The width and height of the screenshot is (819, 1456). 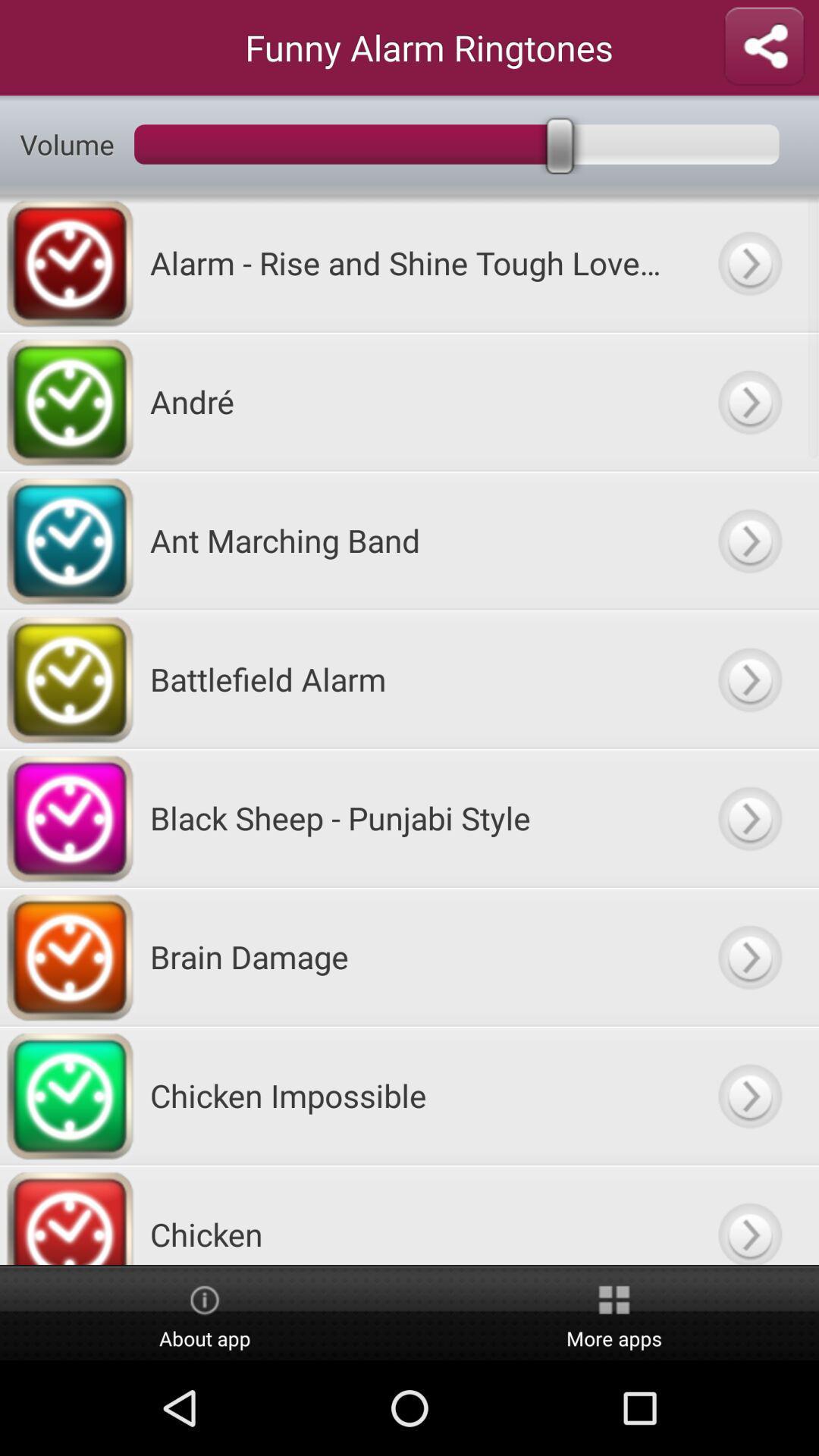 I want to click on go forward, so click(x=748, y=1215).